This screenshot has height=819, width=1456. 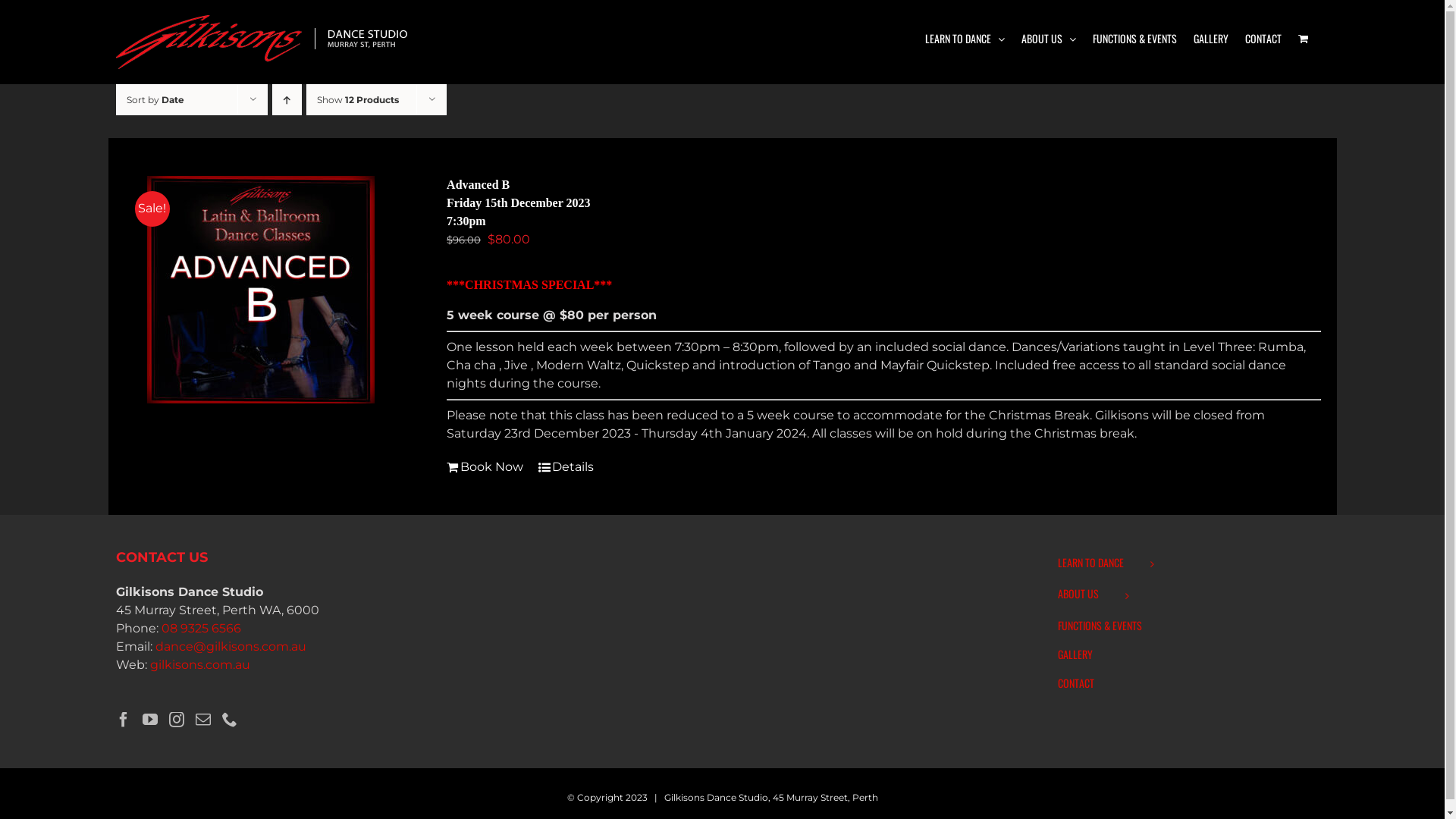 I want to click on 'gilkisons.com.au', so click(x=199, y=664).